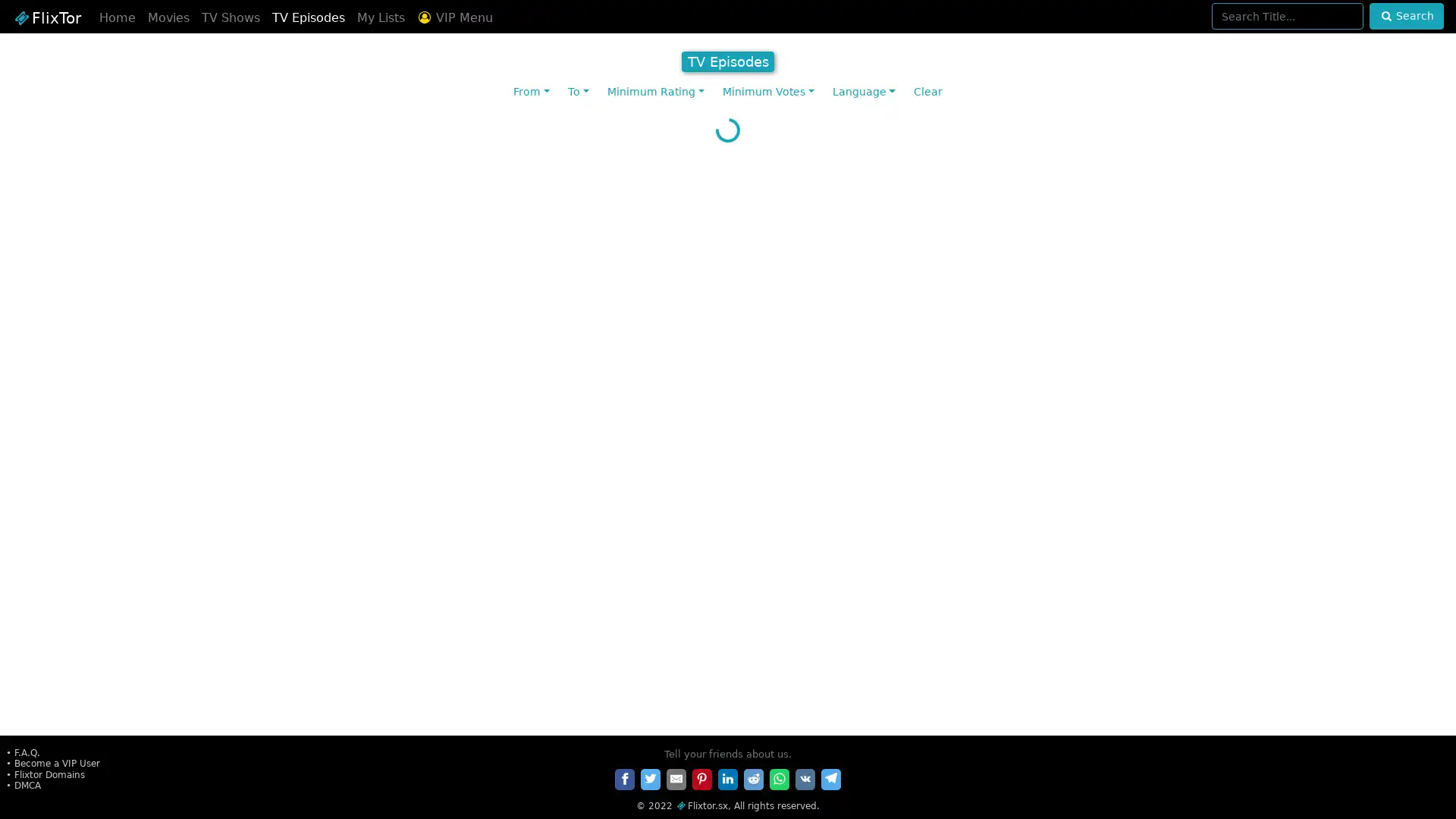  I want to click on From, so click(531, 92).